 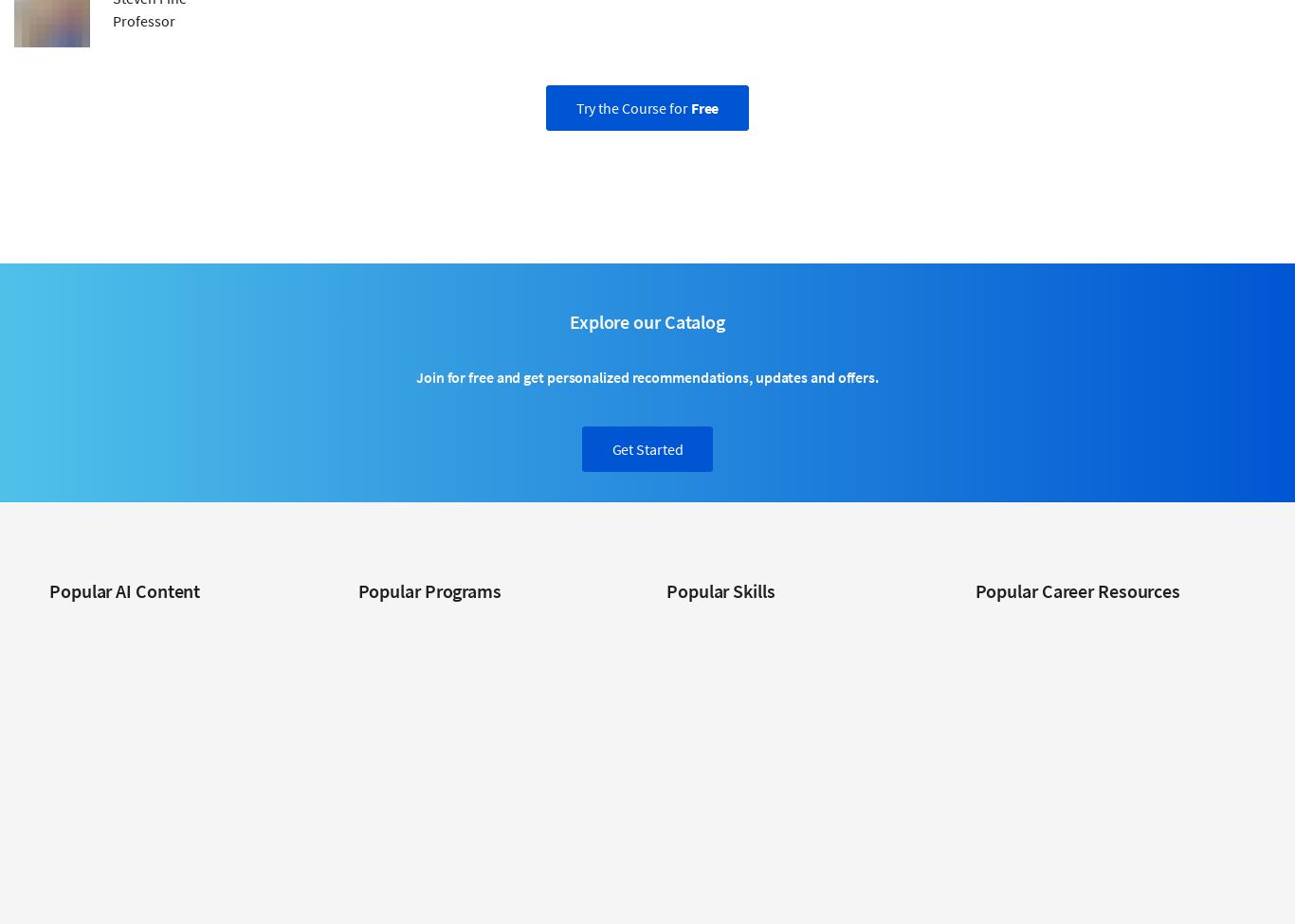 What do you see at coordinates (711, 879) in the screenshot?
I see `'Python Courses'` at bounding box center [711, 879].